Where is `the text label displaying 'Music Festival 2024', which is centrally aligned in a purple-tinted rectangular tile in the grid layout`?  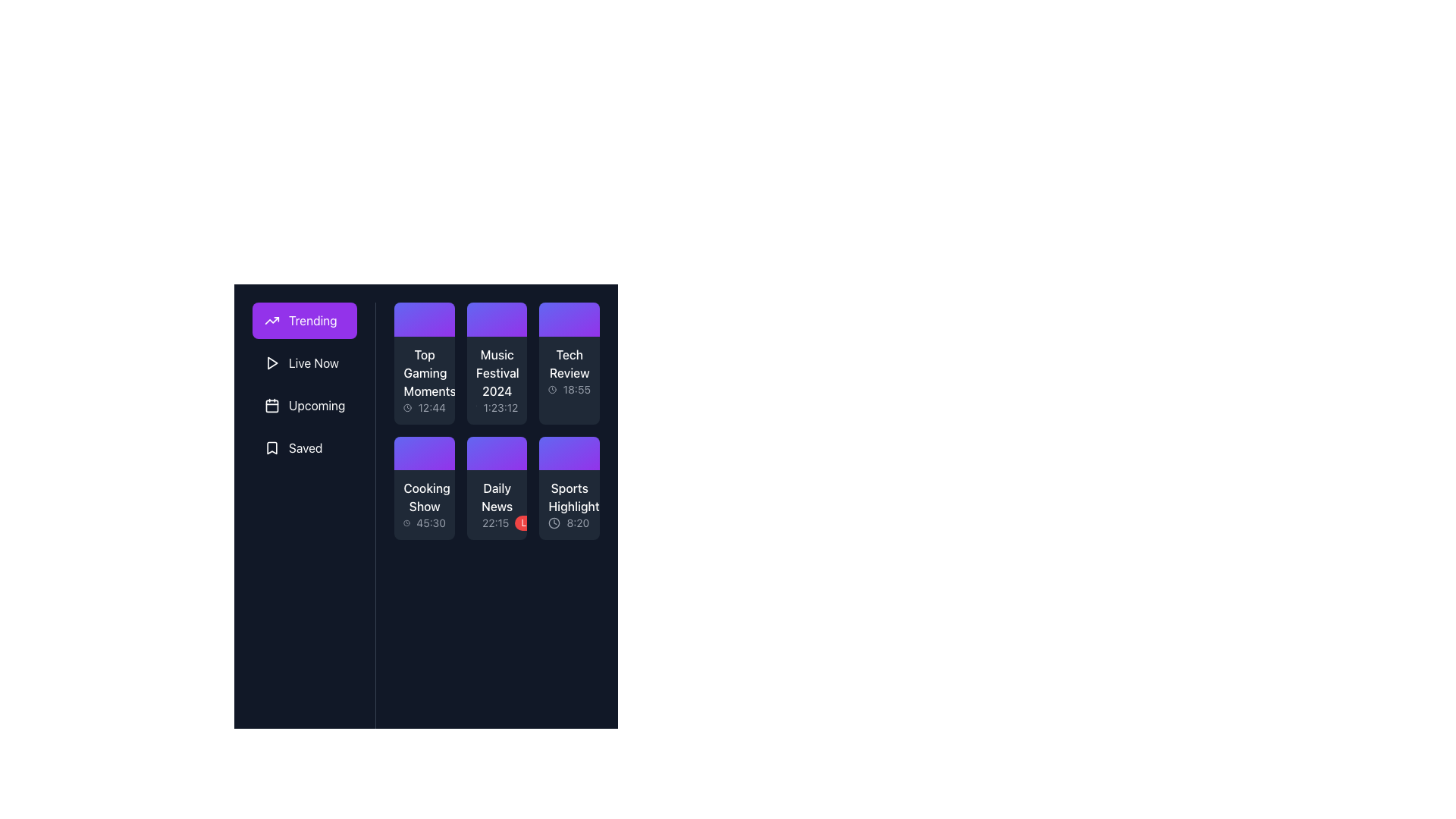 the text label displaying 'Music Festival 2024', which is centrally aligned in a purple-tinted rectangular tile in the grid layout is located at coordinates (497, 372).